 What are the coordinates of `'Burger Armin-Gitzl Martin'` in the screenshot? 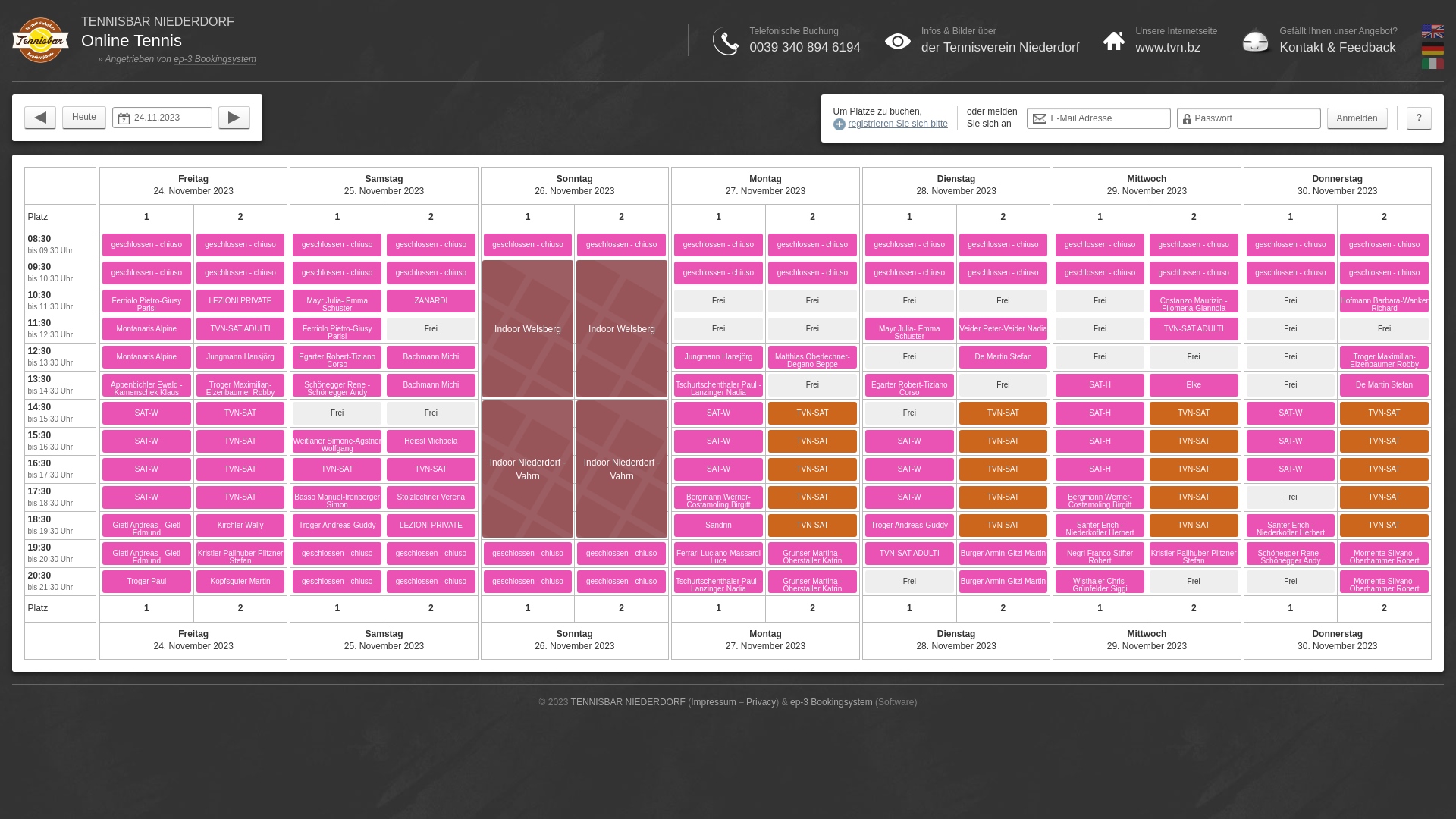 It's located at (1003, 553).